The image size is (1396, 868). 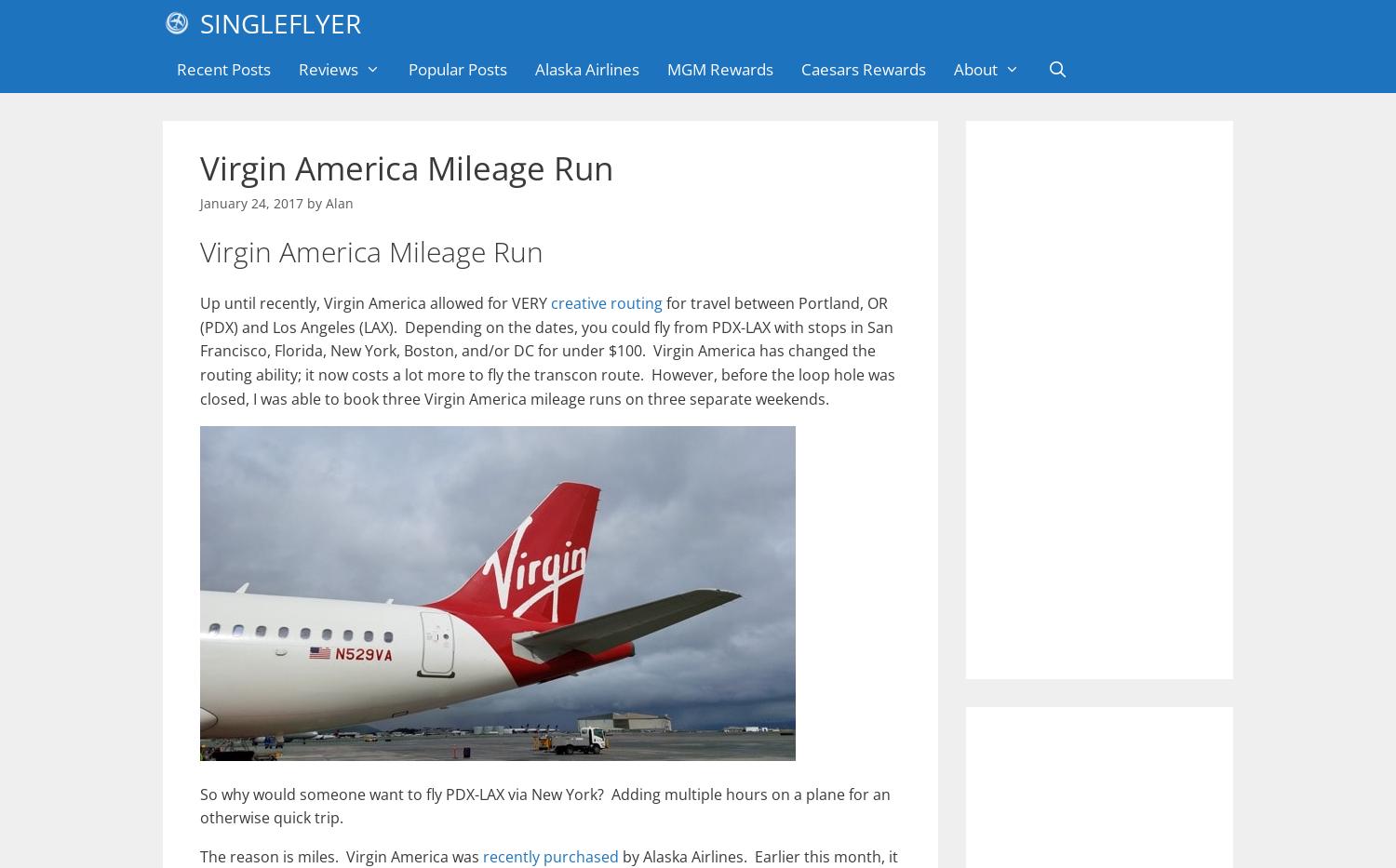 I want to click on 'The reason is miles.  Virgin America was', so click(x=341, y=856).